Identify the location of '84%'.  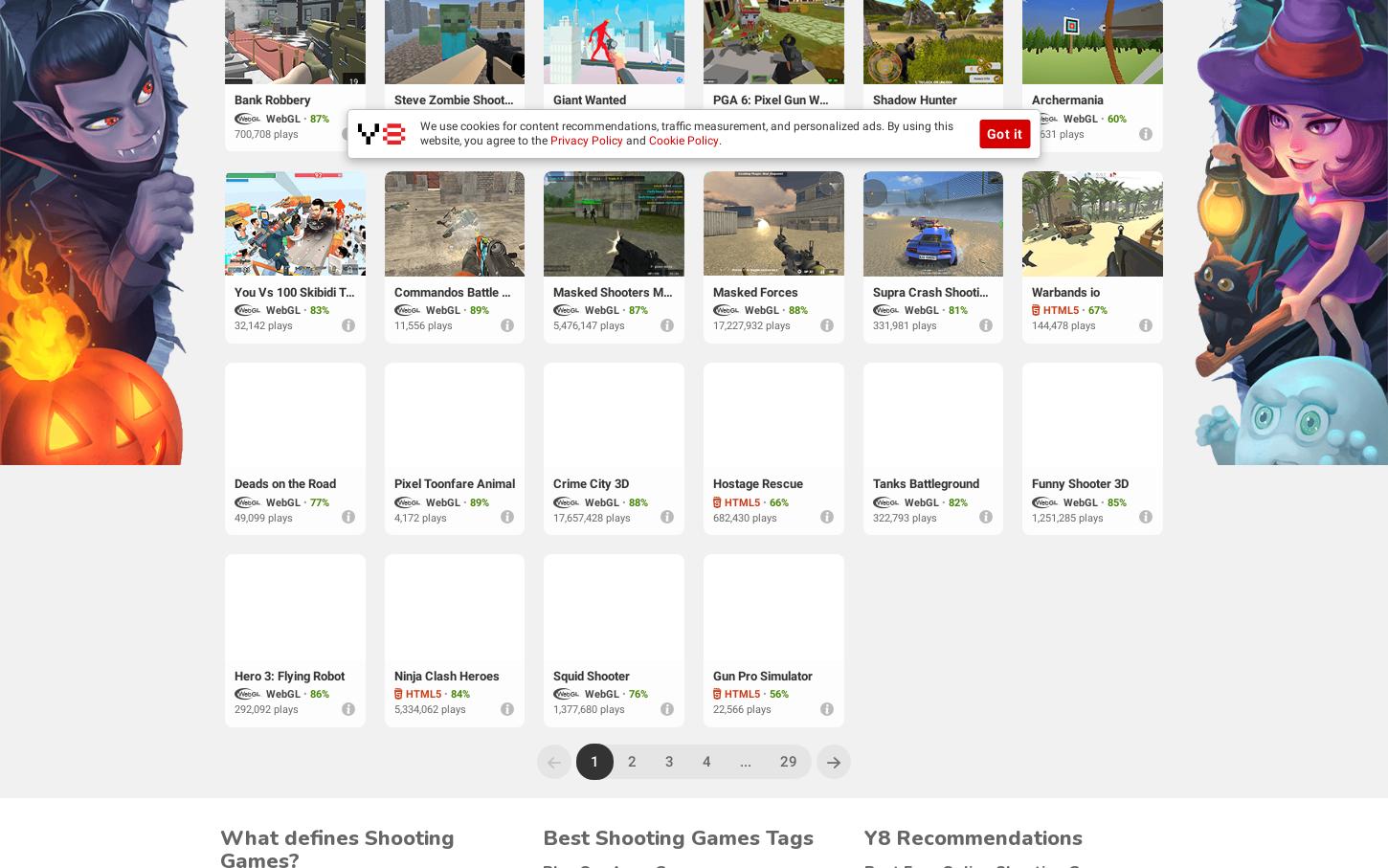
(458, 693).